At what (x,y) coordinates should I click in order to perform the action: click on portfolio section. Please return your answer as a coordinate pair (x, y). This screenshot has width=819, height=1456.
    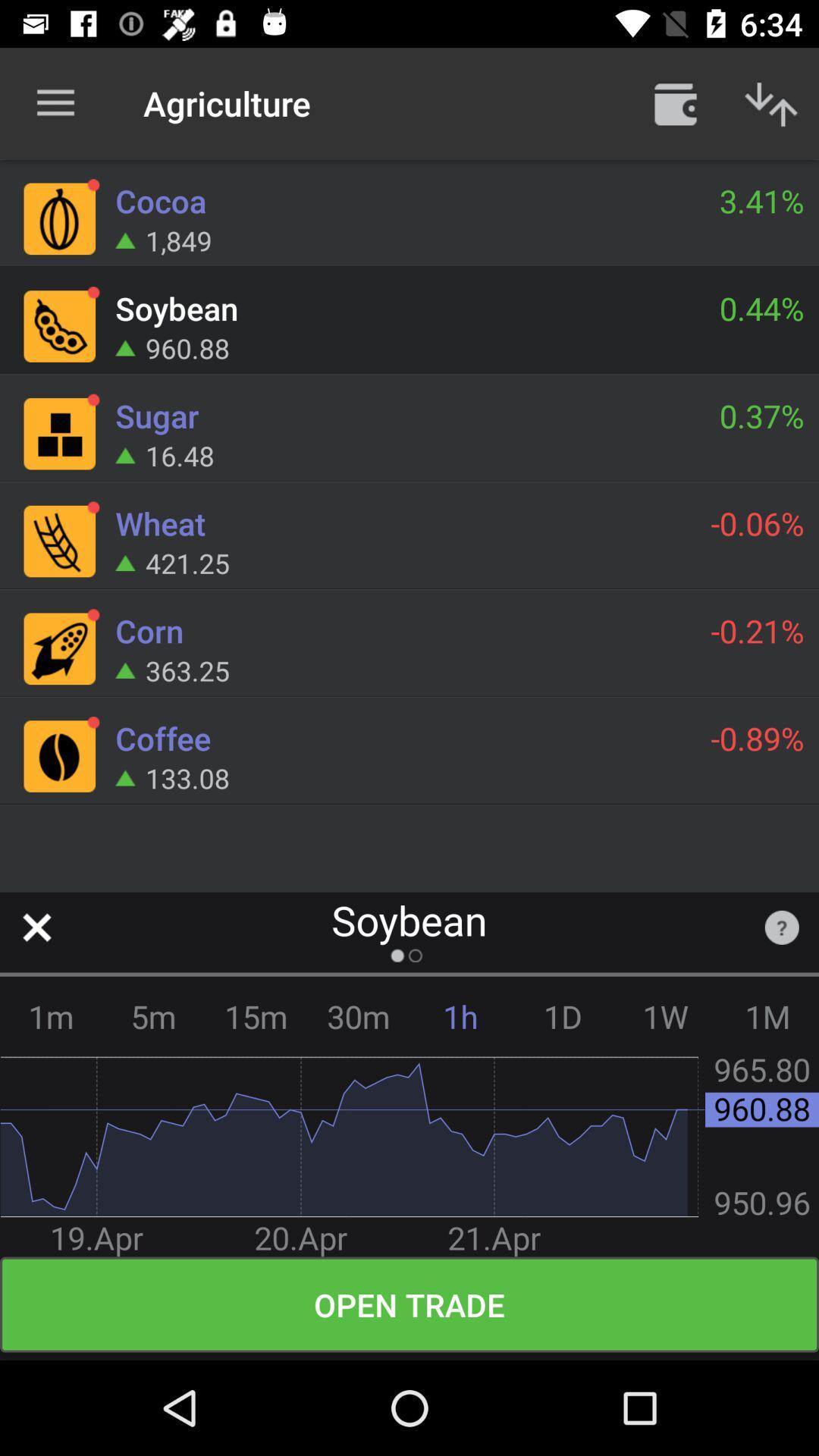
    Looking at the image, I should click on (675, 102).